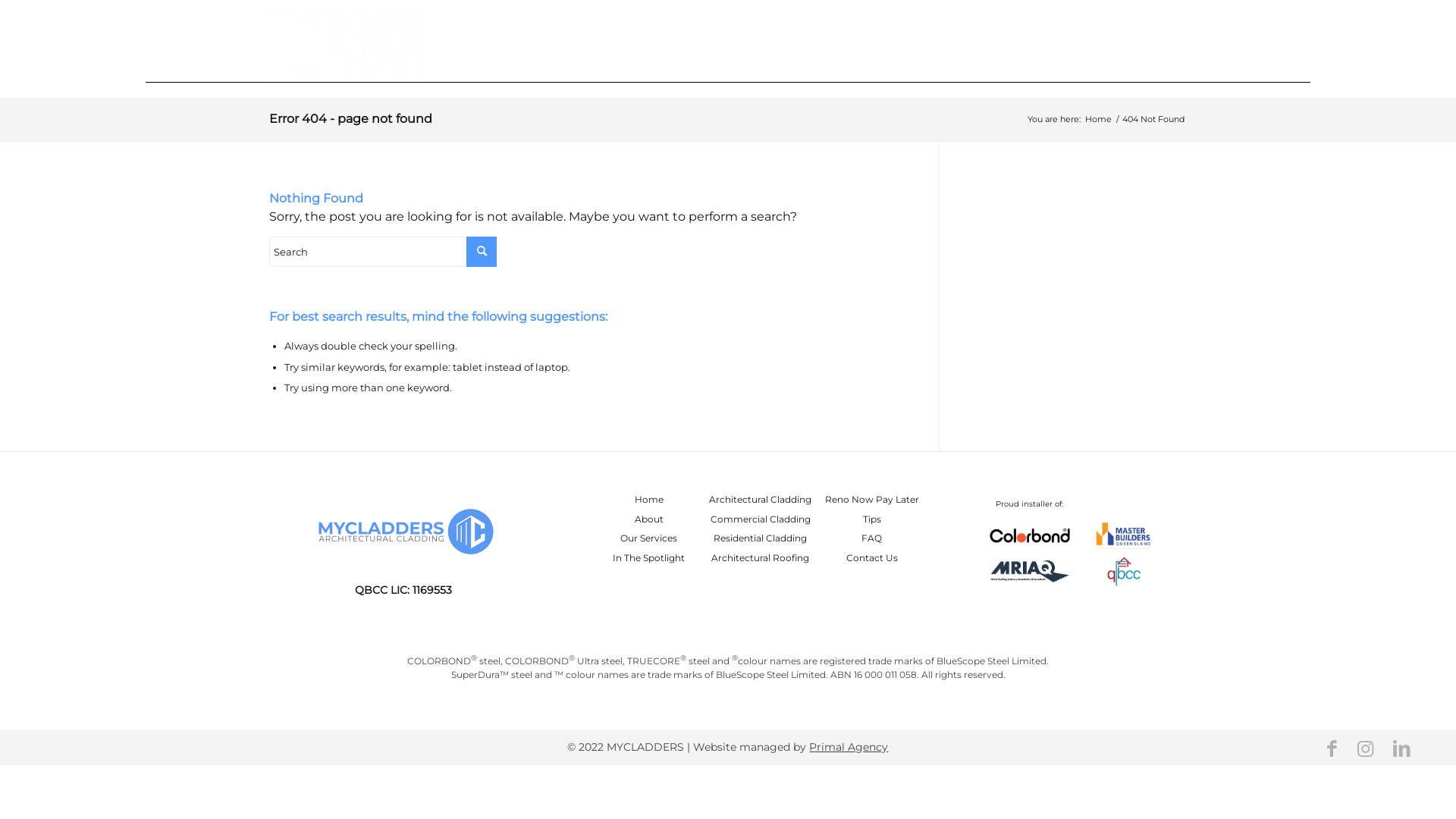 This screenshot has height=819, width=1456. Describe the element at coordinates (1081, 45) in the screenshot. I see `'Resources'` at that location.